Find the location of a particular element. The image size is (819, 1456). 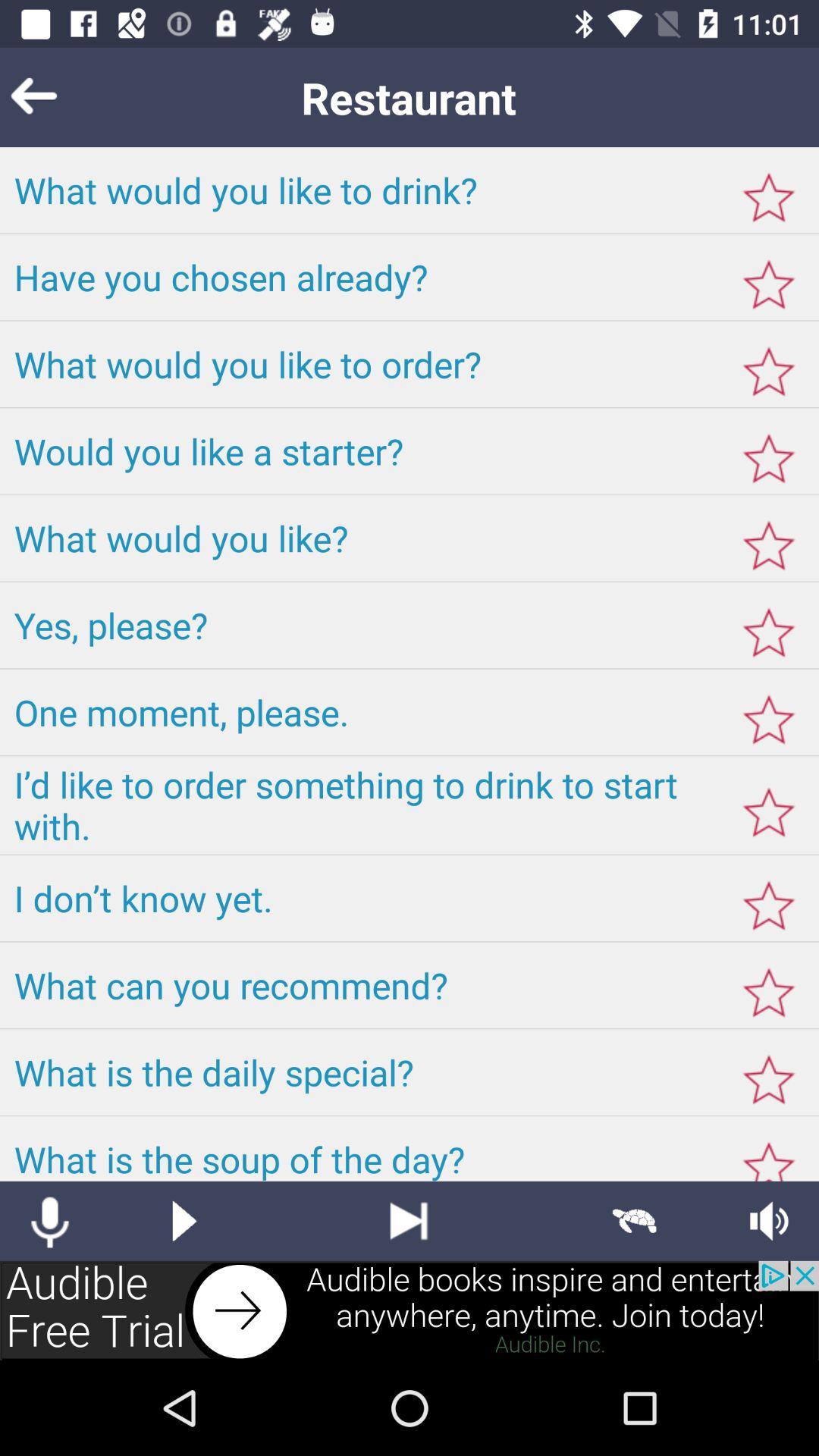

the volume icon is located at coordinates (769, 1221).